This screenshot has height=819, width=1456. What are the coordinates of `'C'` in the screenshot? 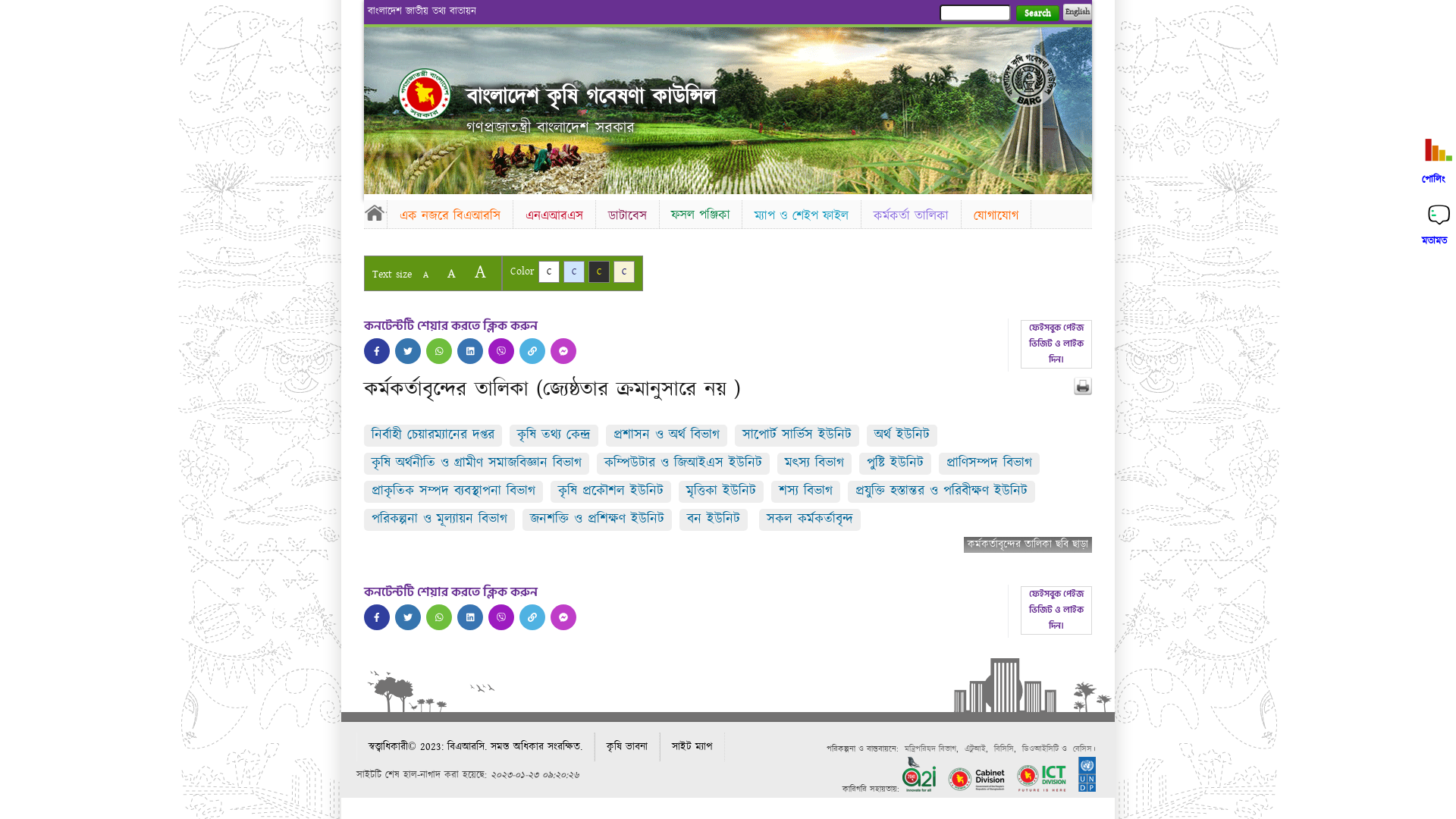 It's located at (548, 271).